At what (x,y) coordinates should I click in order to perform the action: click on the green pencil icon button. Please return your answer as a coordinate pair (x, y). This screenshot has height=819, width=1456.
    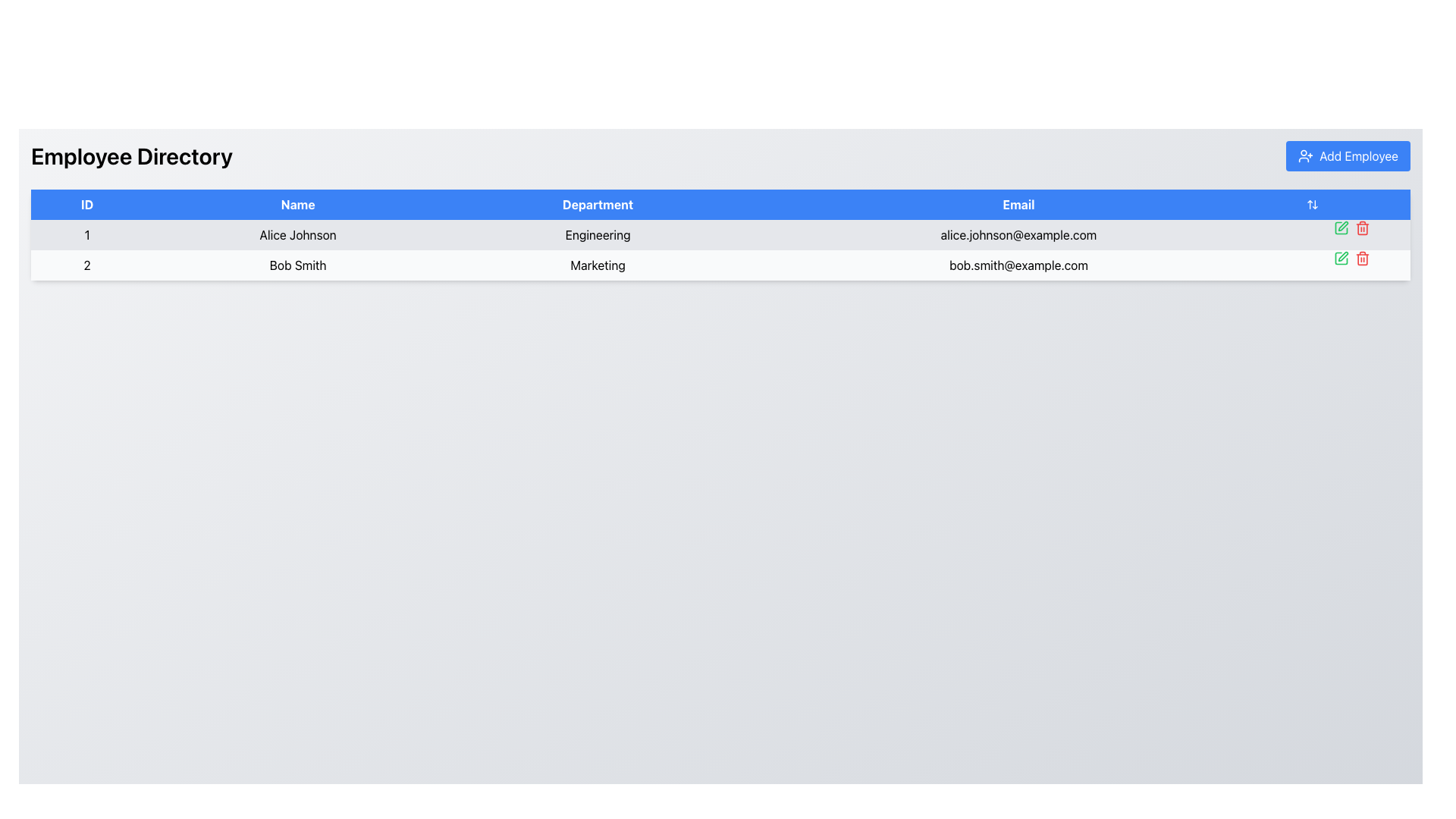
    Looking at the image, I should click on (1341, 227).